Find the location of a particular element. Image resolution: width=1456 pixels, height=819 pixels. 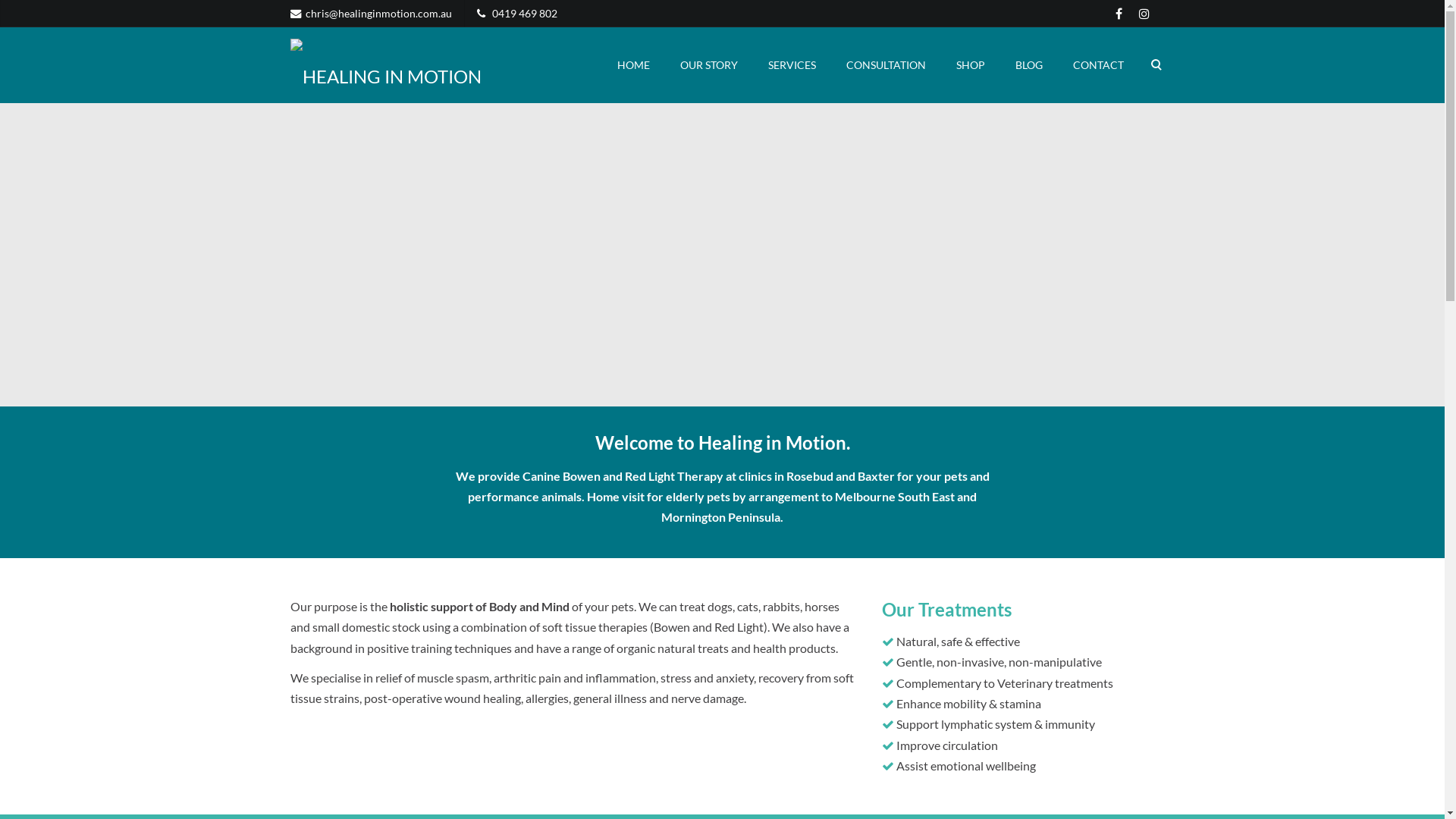

'SERVICES' is located at coordinates (790, 64).